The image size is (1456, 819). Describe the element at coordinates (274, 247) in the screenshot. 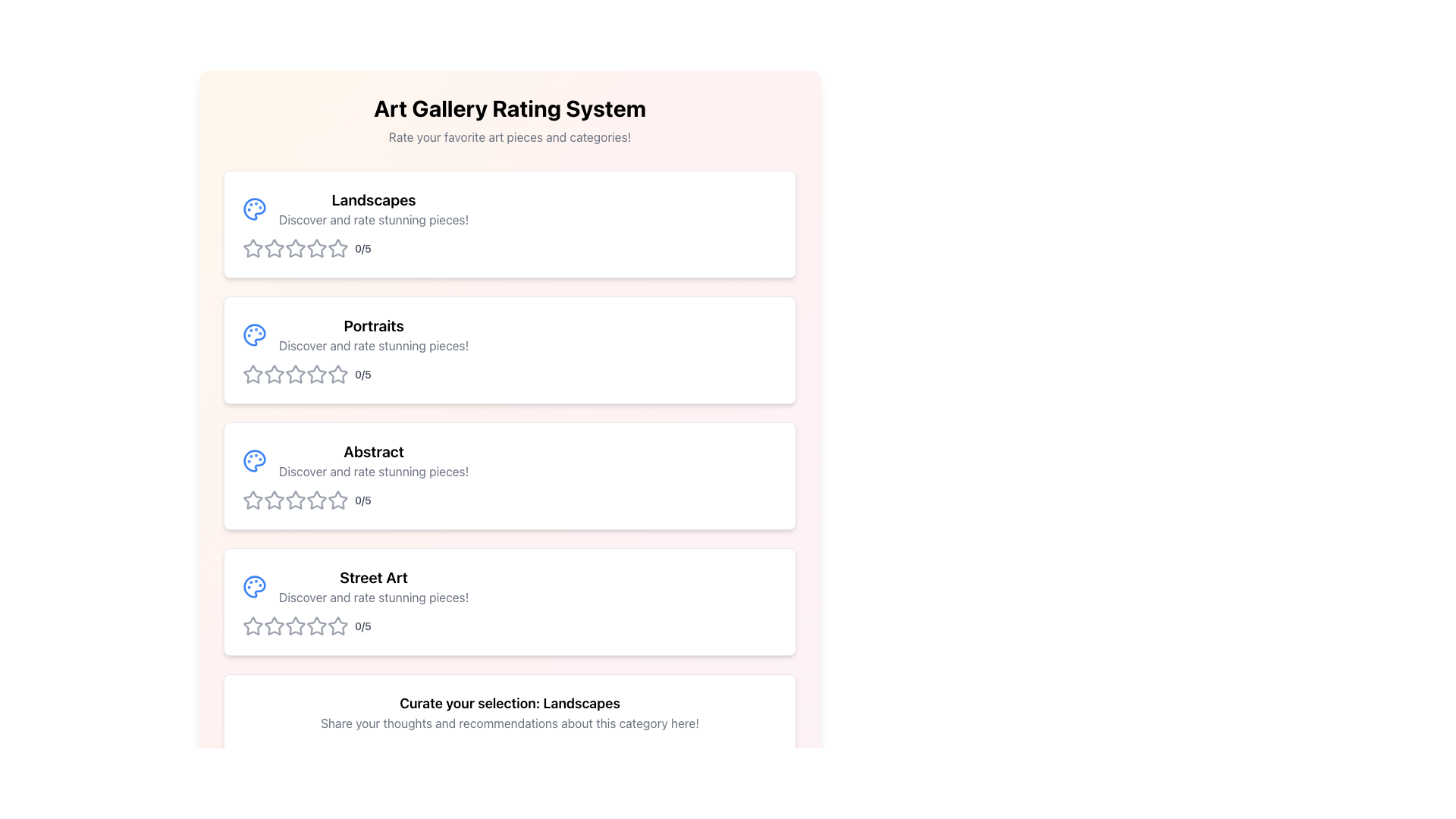

I see `the second star icon button in the rating section of the 'Landscapes' category card` at that location.